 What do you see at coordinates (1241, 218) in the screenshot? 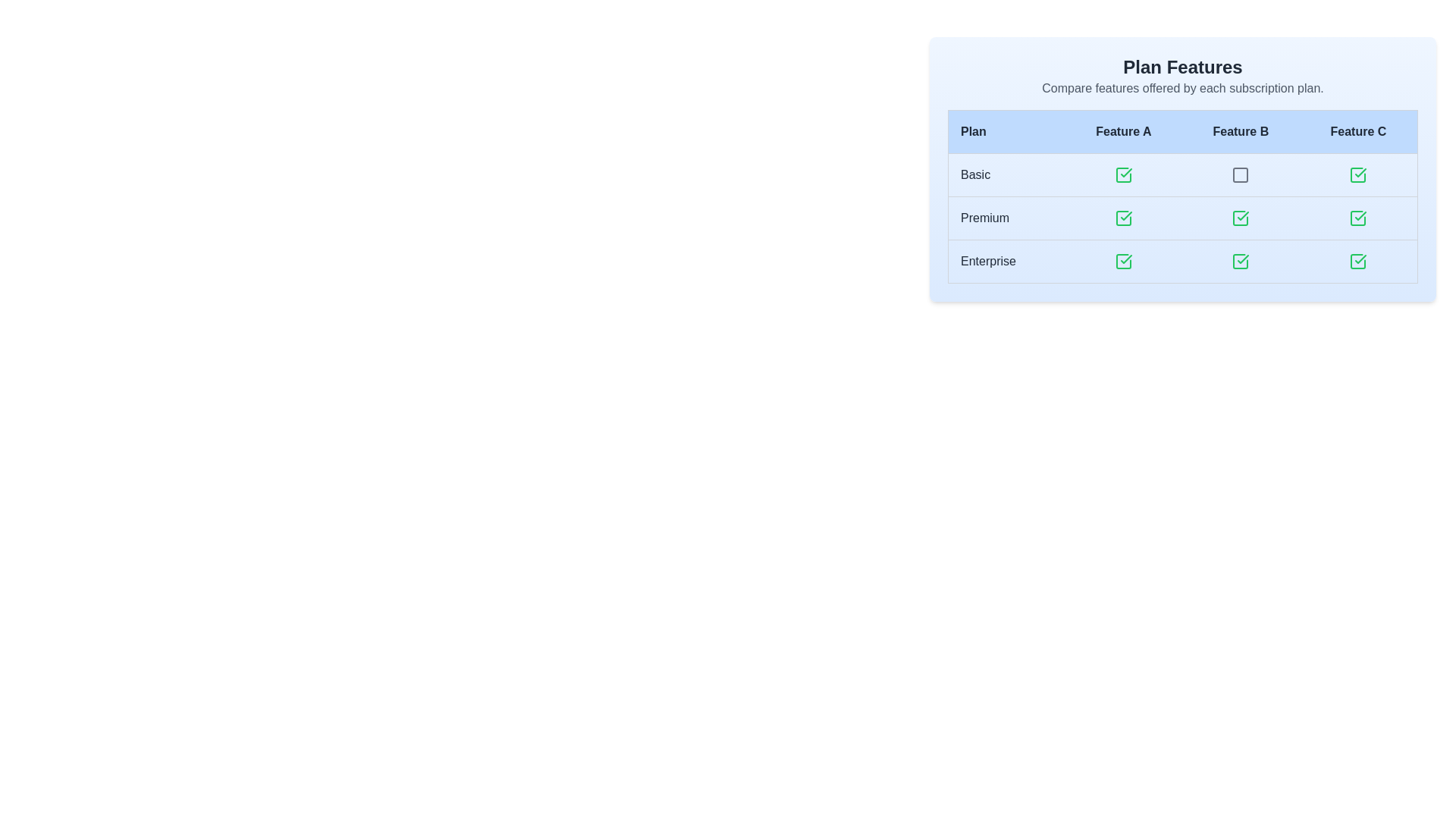
I see `the green checkmark icon representing a checked checkbox in the 'Feature B' column of the 'Plan Features' table for the 'Premium' row` at bounding box center [1241, 218].